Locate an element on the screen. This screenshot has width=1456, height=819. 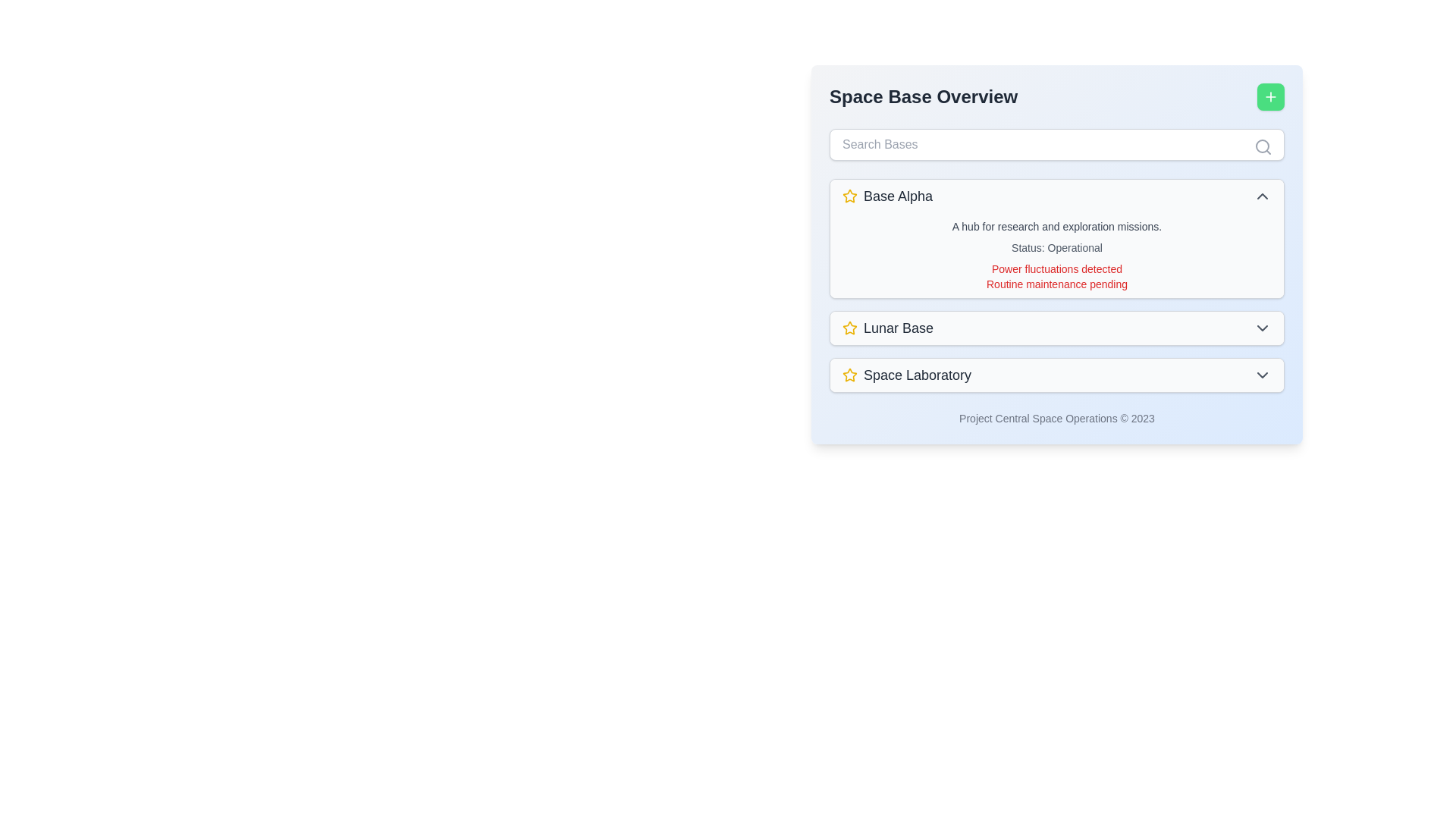
the action button located in the top-right corner of the 'Space Base Overview' panel to prepare for keyboard interaction is located at coordinates (1270, 96).